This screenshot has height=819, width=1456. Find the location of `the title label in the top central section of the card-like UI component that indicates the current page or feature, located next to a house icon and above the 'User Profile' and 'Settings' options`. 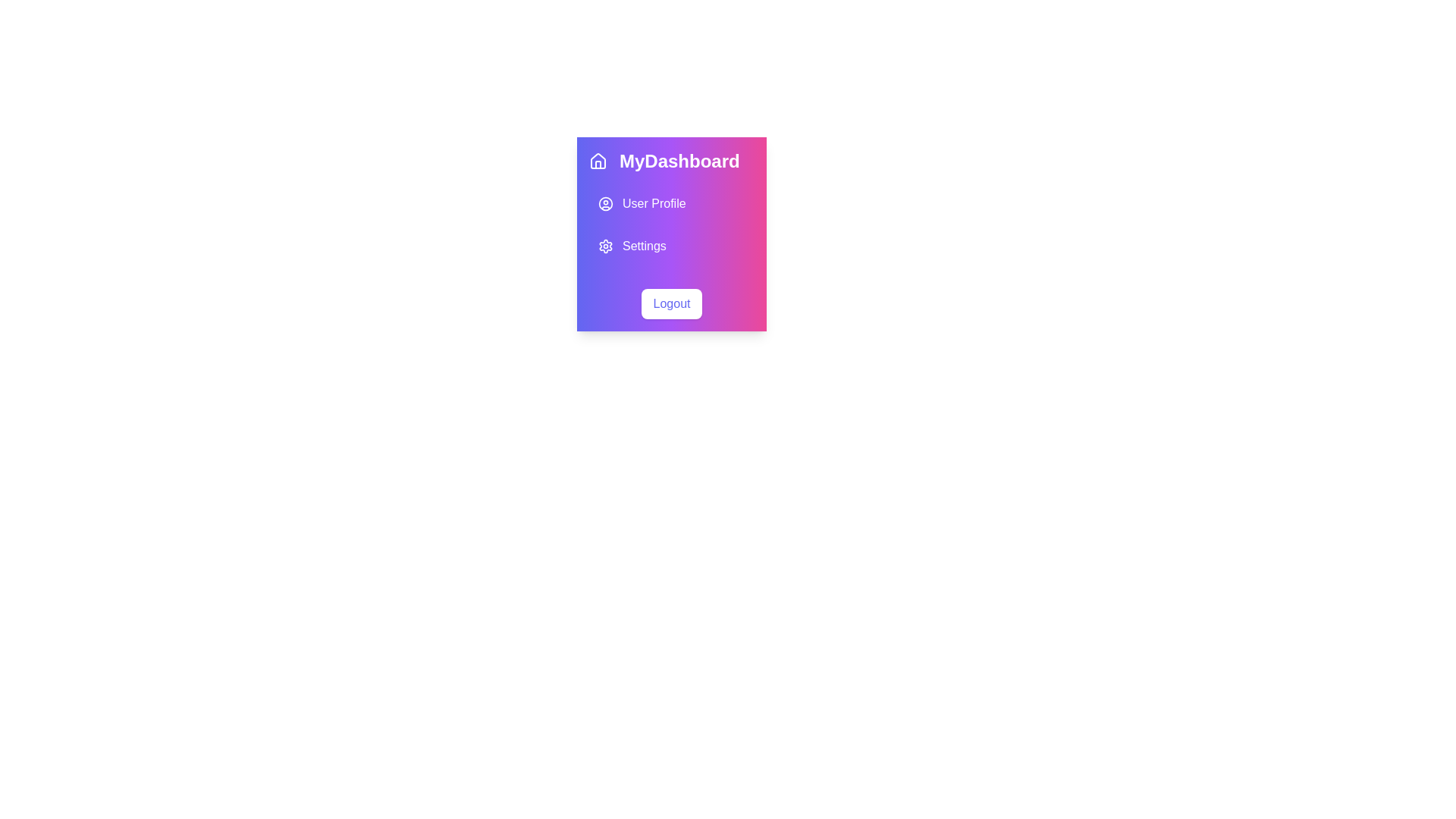

the title label in the top central section of the card-like UI component that indicates the current page or feature, located next to a house icon and above the 'User Profile' and 'Settings' options is located at coordinates (679, 161).